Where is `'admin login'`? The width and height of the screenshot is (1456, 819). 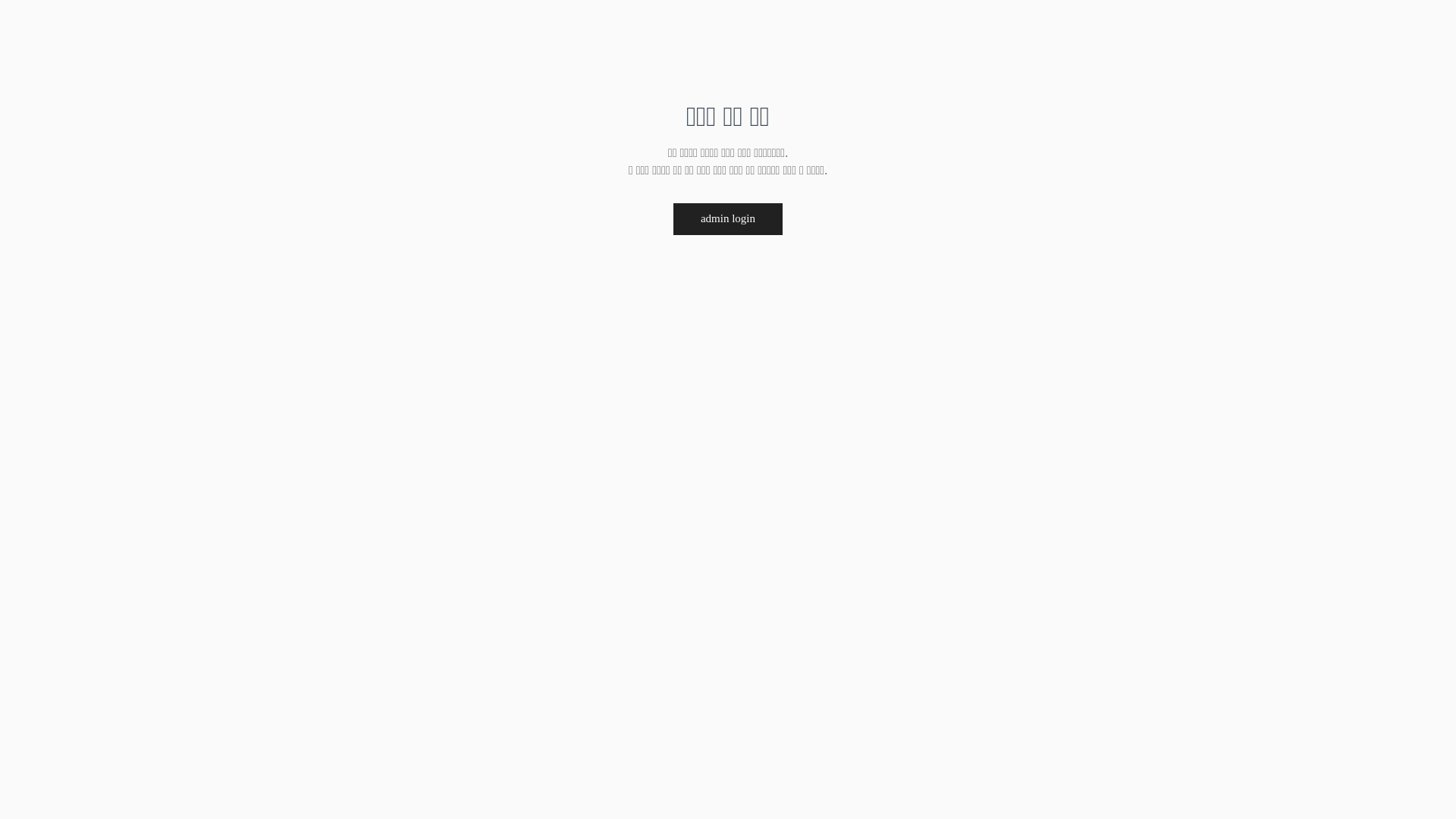
'admin login' is located at coordinates (673, 219).